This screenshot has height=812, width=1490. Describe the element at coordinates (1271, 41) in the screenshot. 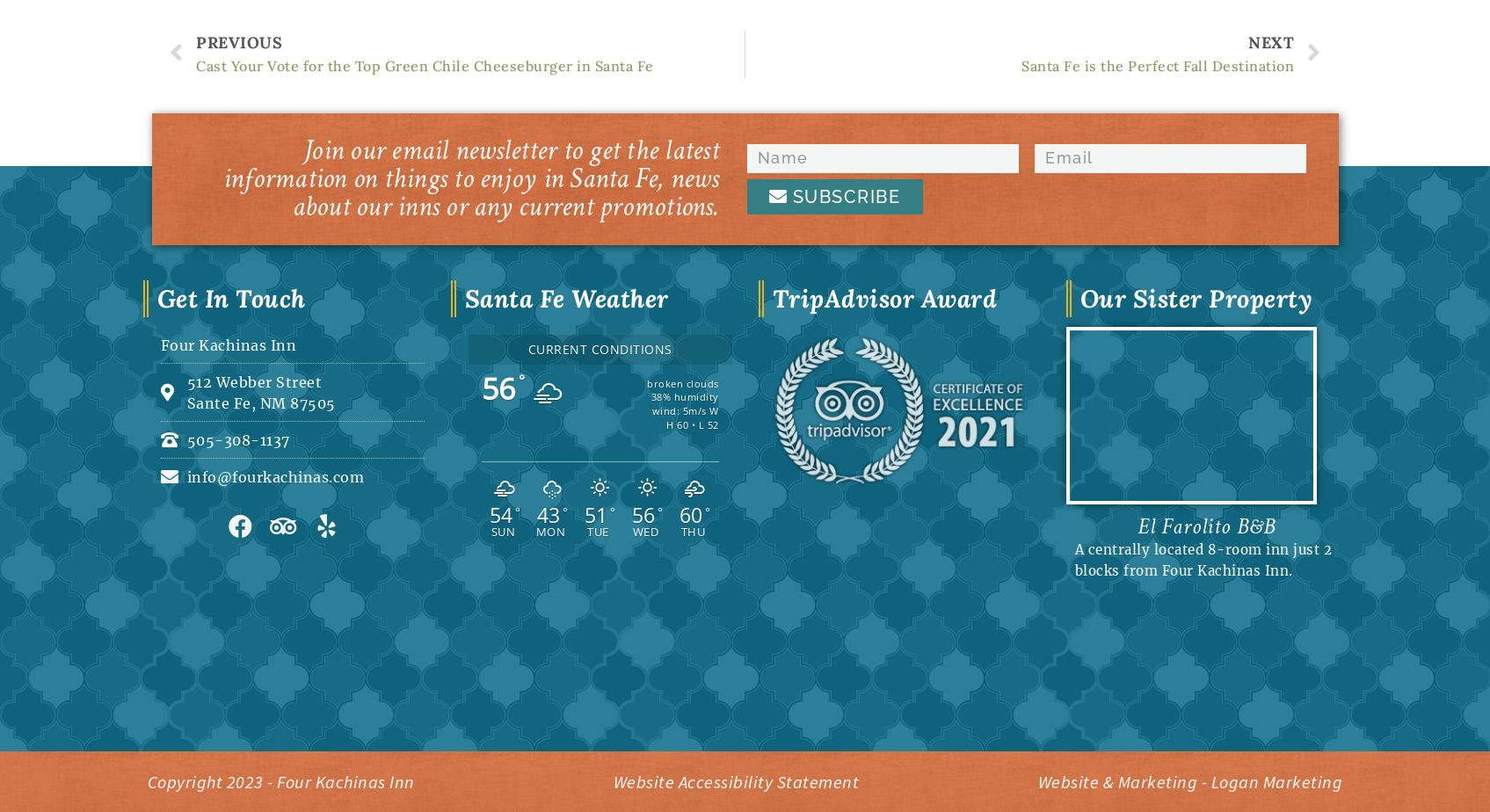

I see `'Next'` at that location.